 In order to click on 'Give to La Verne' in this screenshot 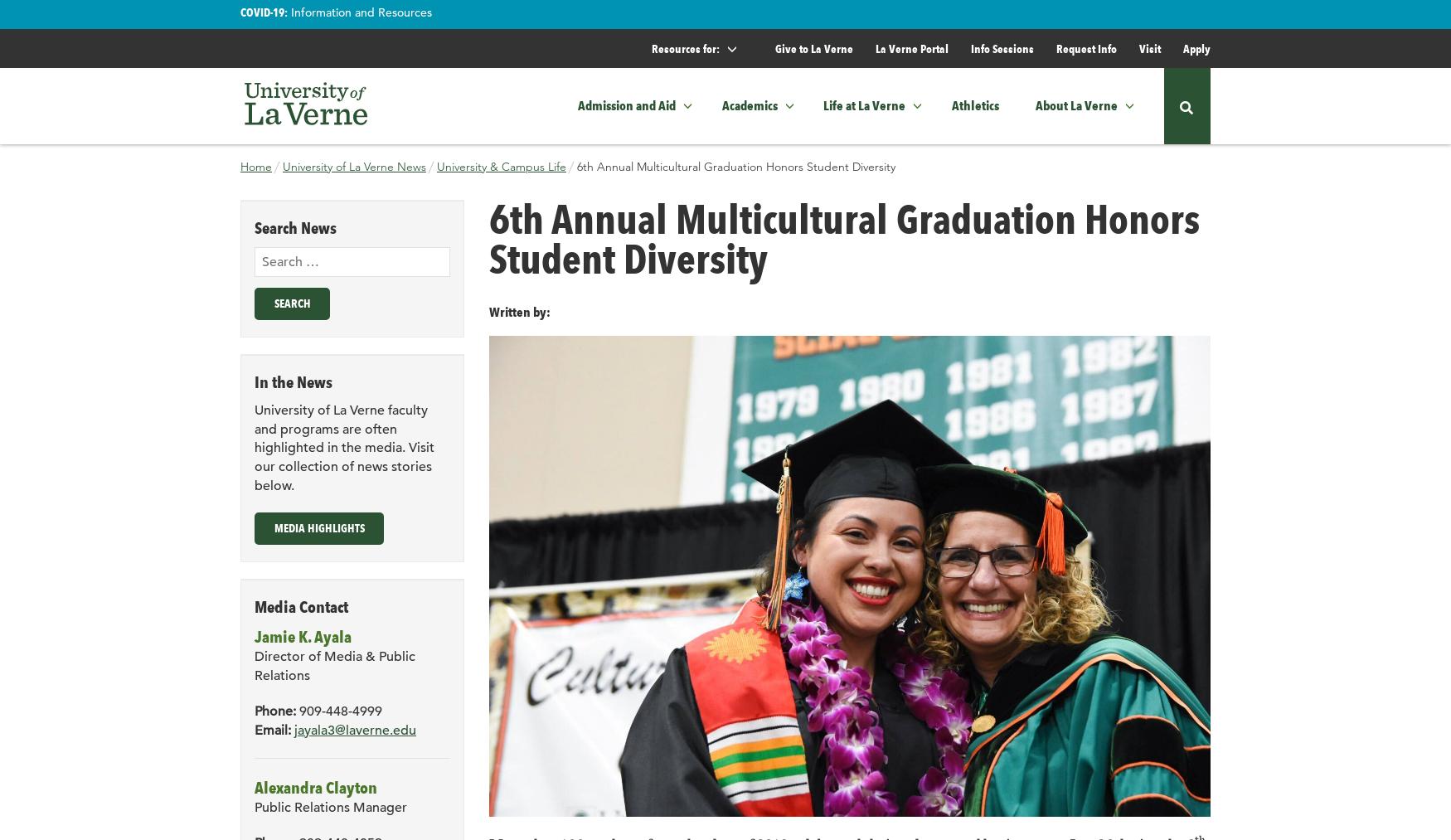, I will do `click(813, 47)`.